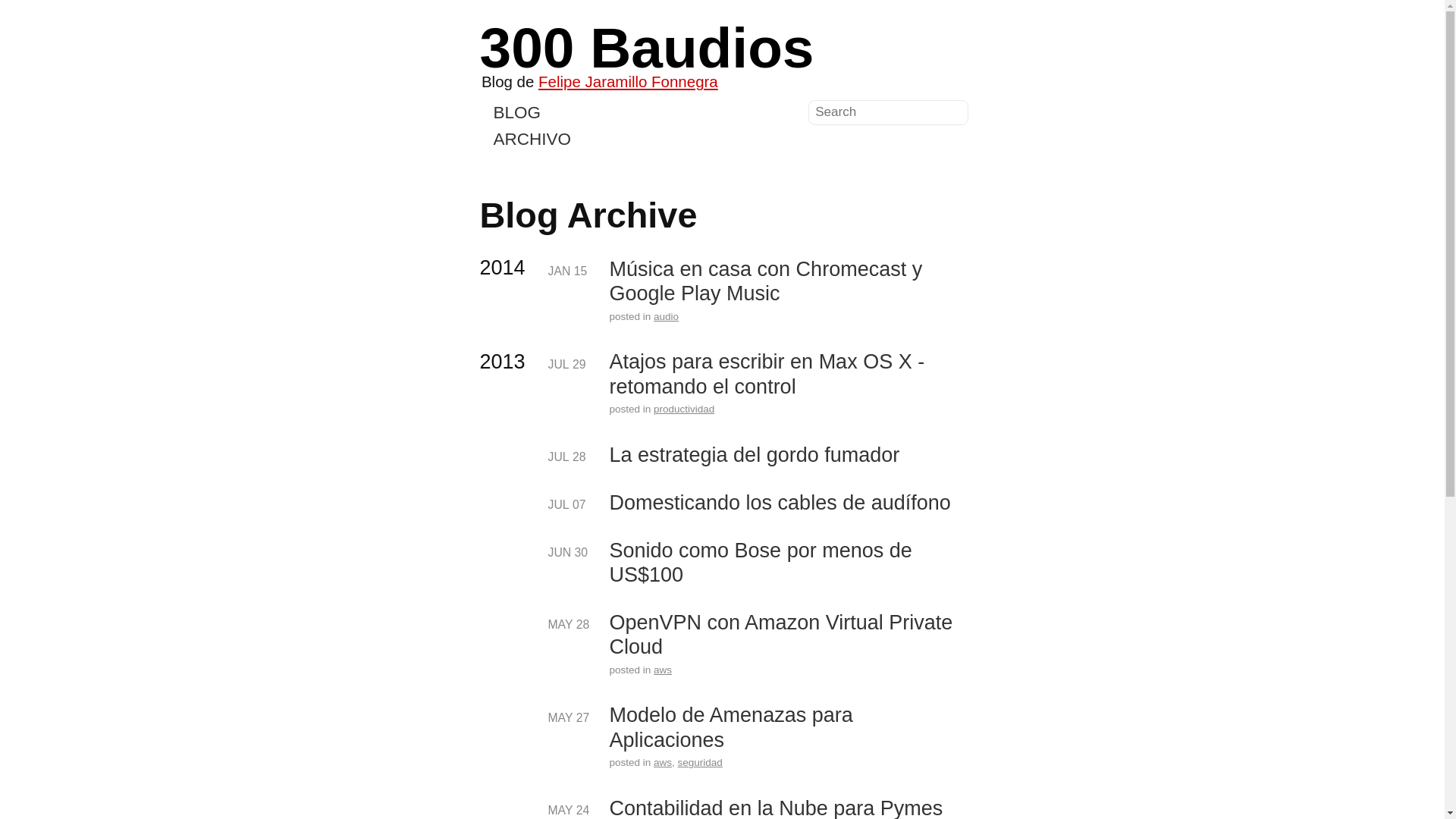 This screenshot has width=1456, height=819. What do you see at coordinates (787, 635) in the screenshot?
I see `'OpenVPN con Amazon Virtual Private Cloud'` at bounding box center [787, 635].